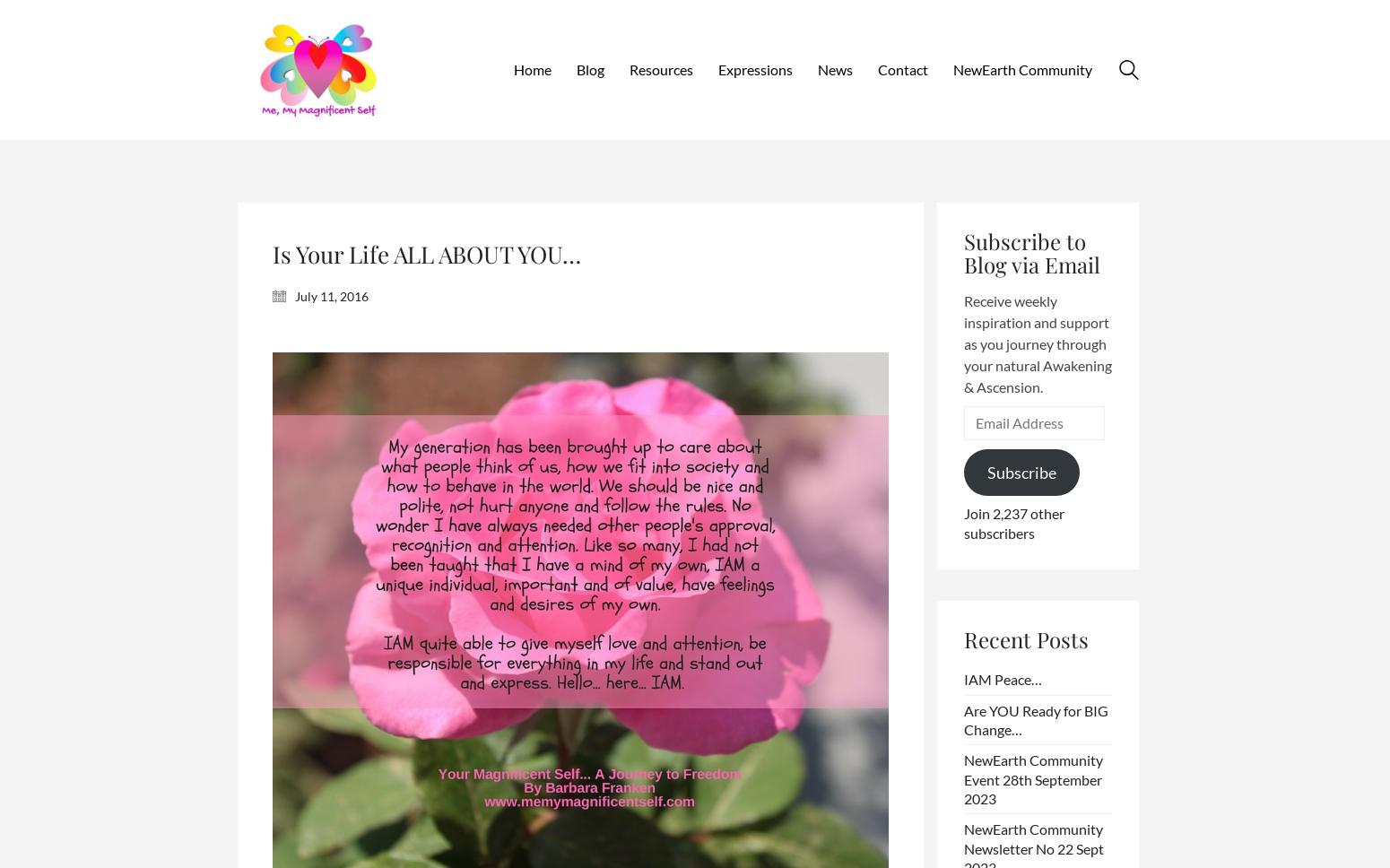 This screenshot has width=1390, height=868. What do you see at coordinates (426, 253) in the screenshot?
I see `'Is Your Life ALL ABOUT YOU…'` at bounding box center [426, 253].